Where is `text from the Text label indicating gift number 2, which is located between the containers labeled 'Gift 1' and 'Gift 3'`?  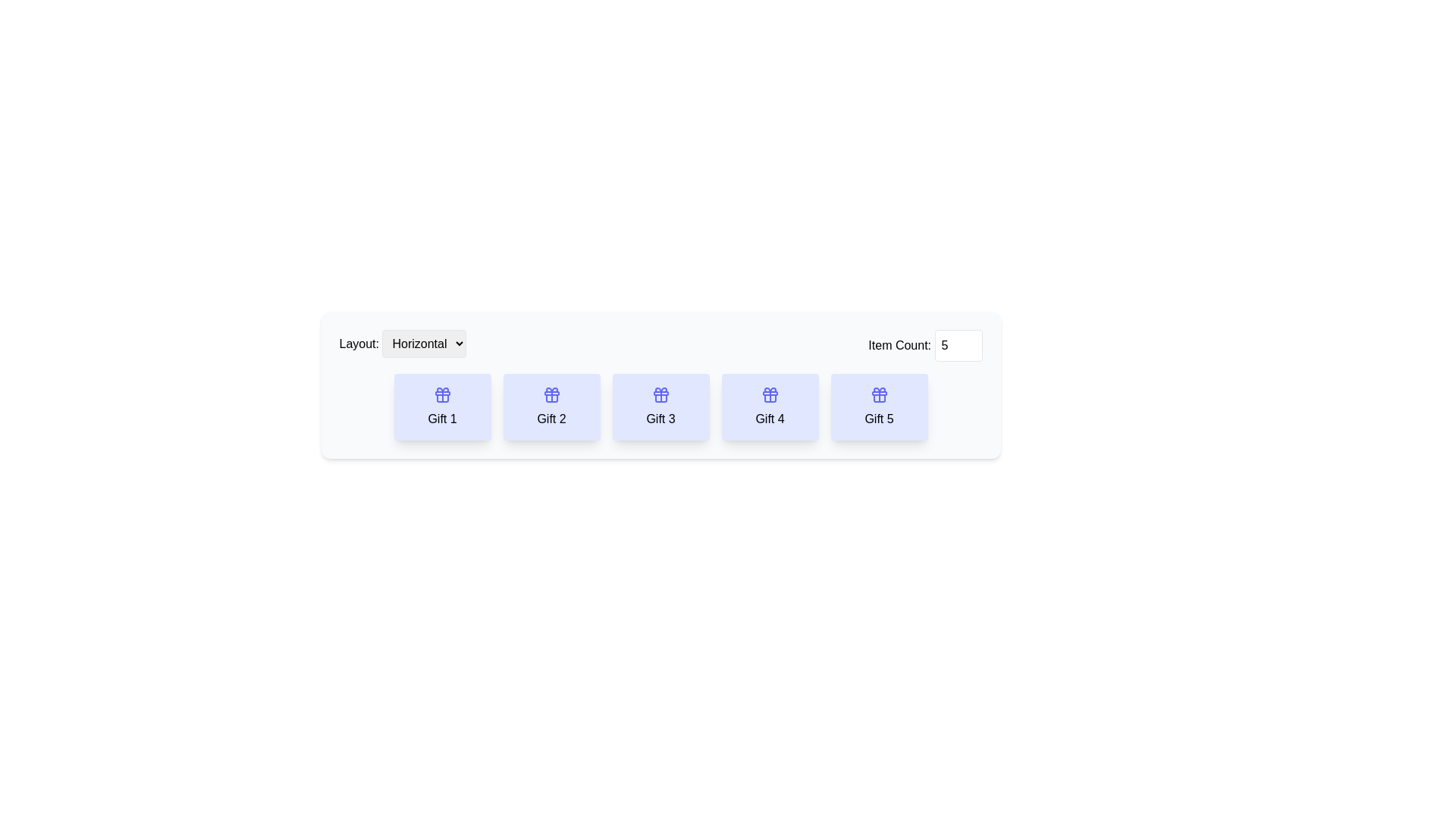
text from the Text label indicating gift number 2, which is located between the containers labeled 'Gift 1' and 'Gift 3' is located at coordinates (551, 419).